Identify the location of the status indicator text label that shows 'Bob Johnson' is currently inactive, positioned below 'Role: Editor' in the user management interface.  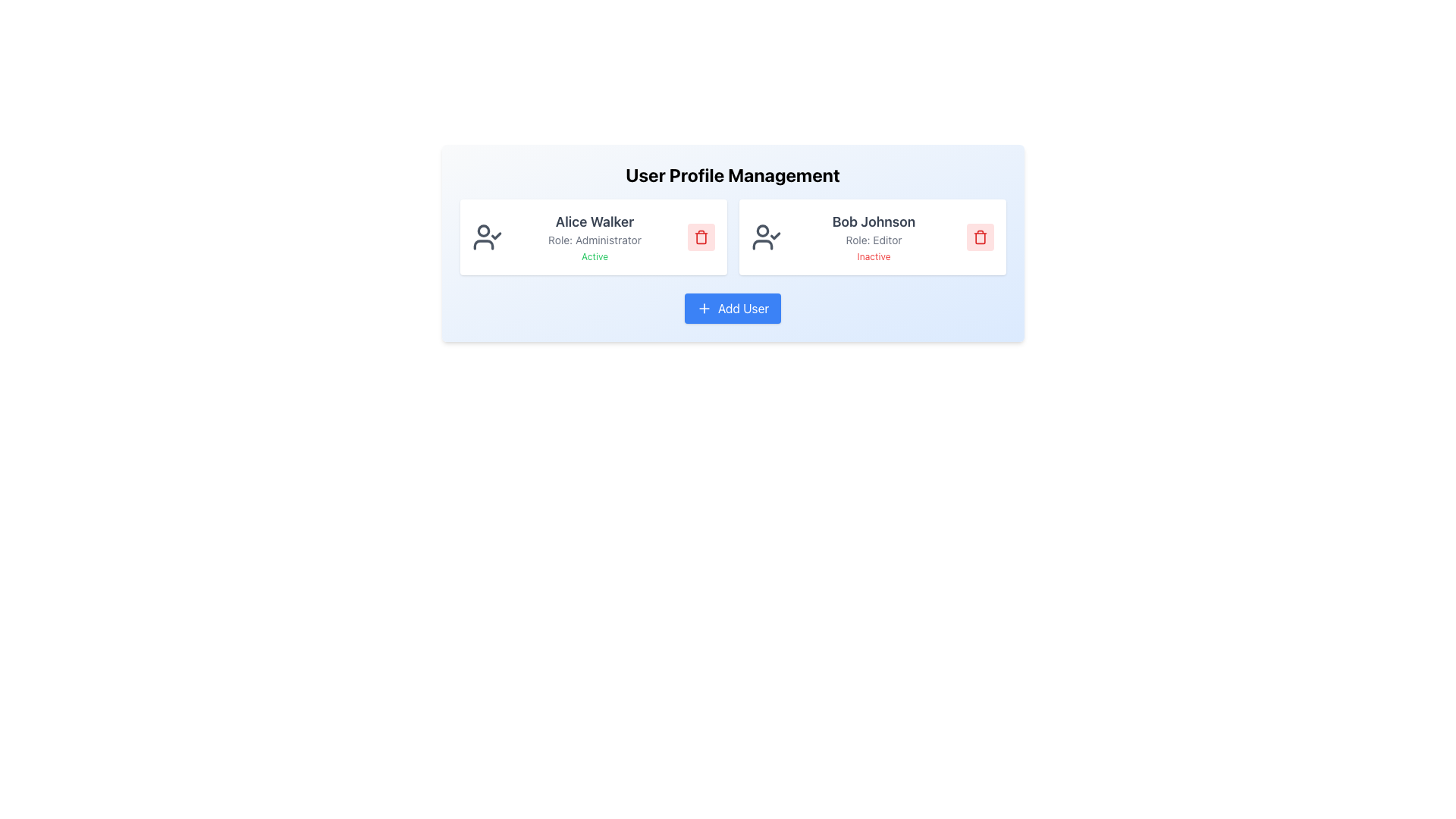
(874, 256).